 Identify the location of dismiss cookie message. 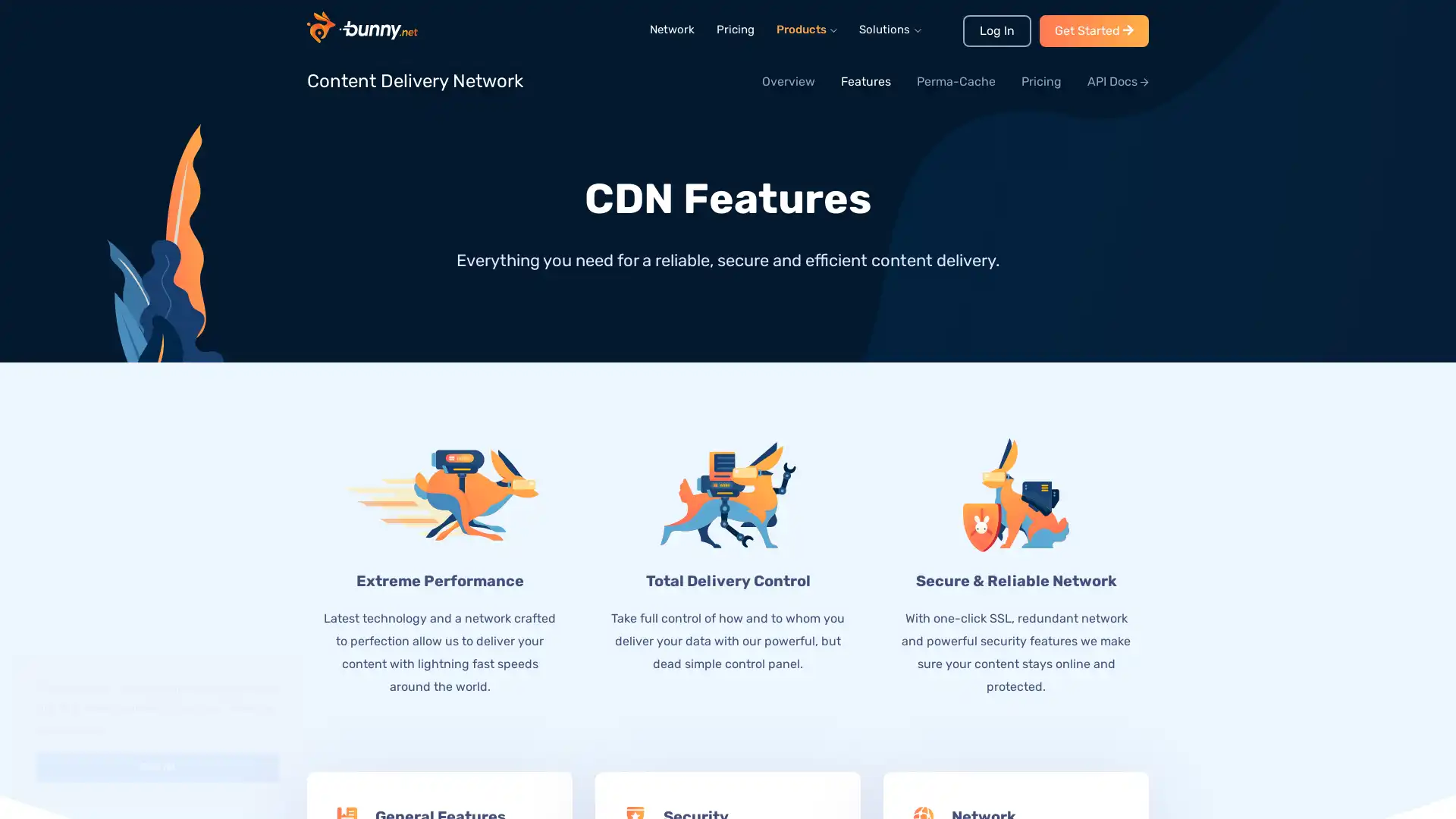
(157, 767).